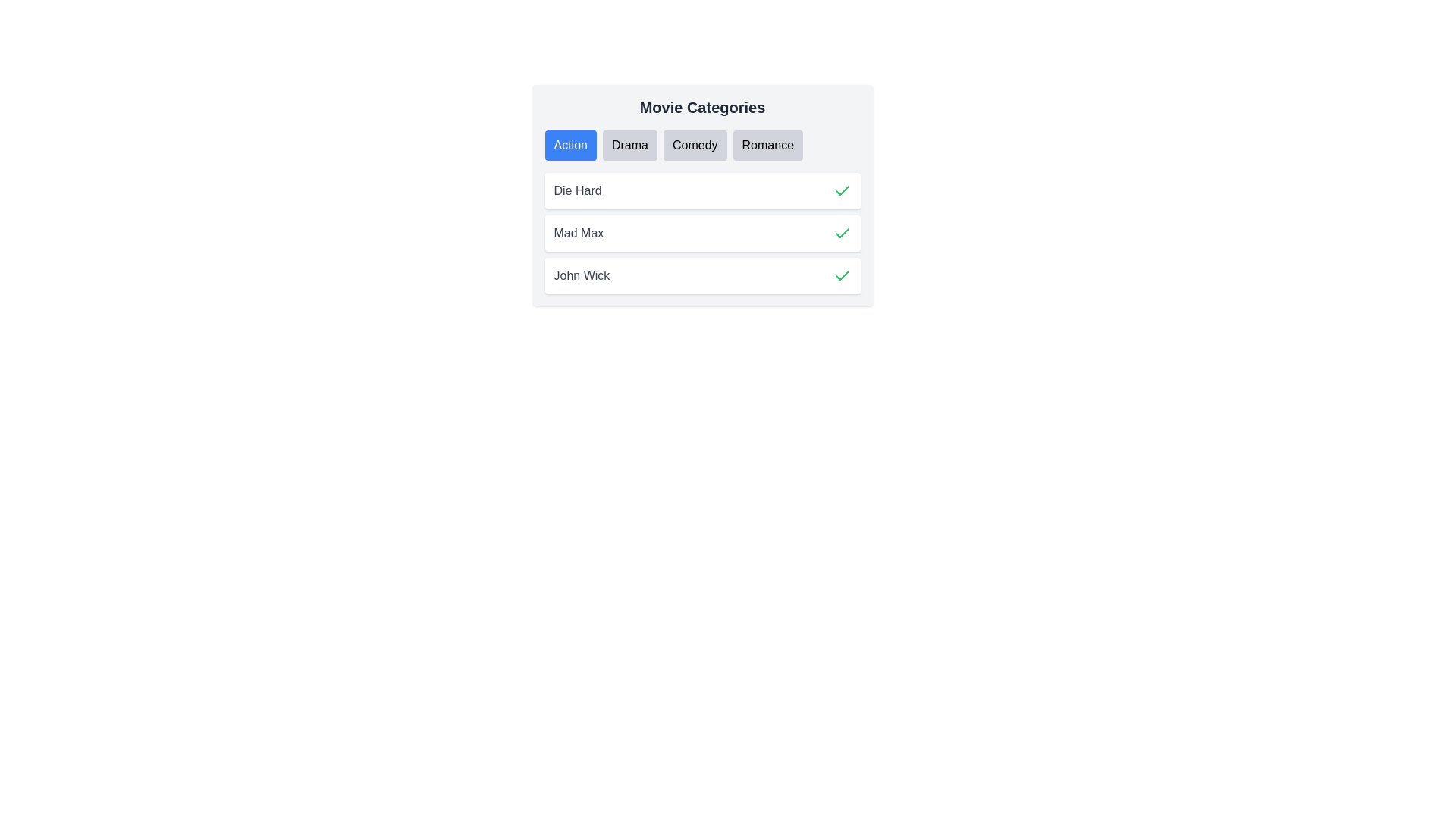  Describe the element at coordinates (578, 234) in the screenshot. I see `the text label reading 'Mad Max', which is the second item in the vertical list under 'Movie Categories'` at that location.